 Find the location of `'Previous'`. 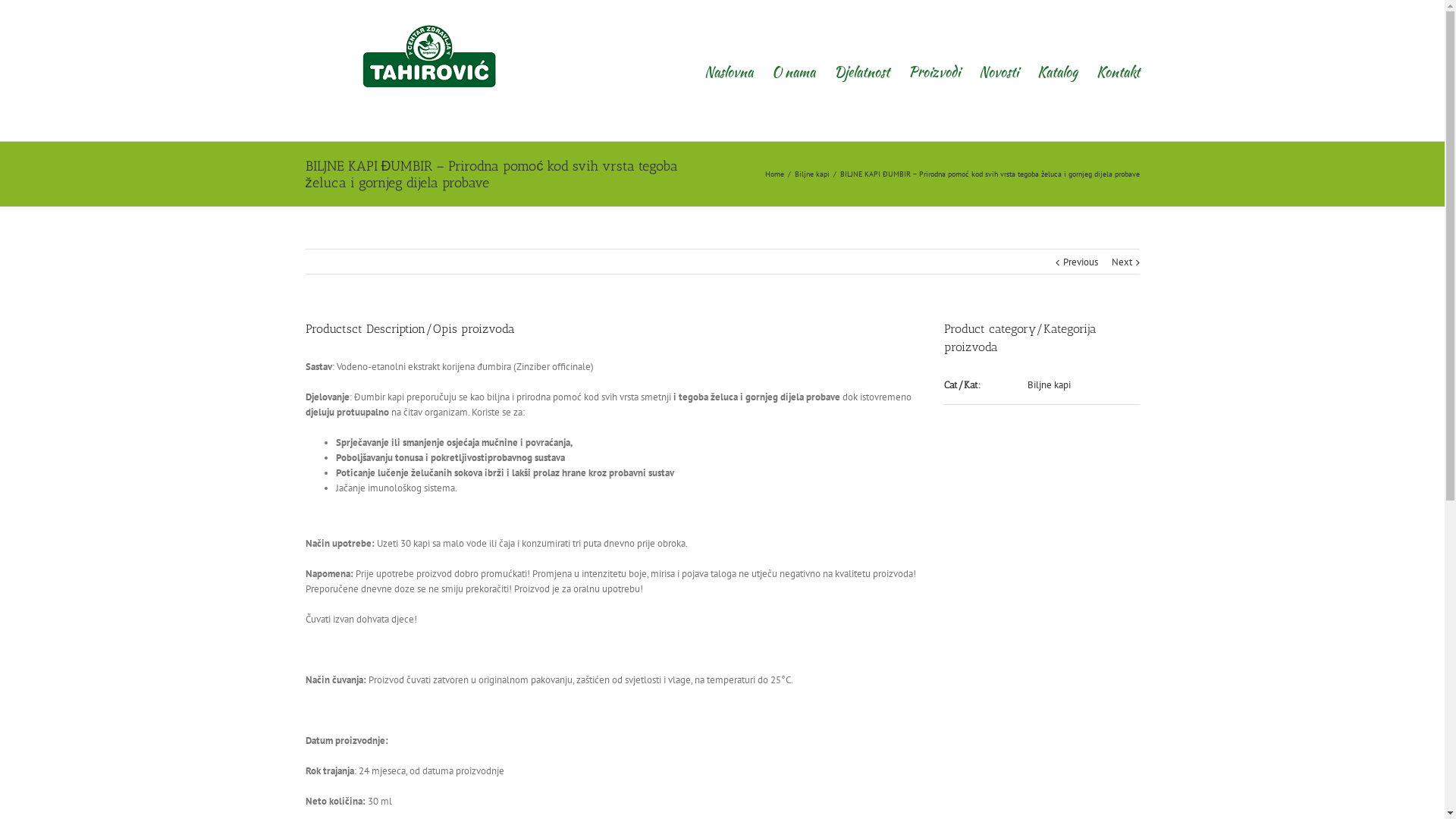

'Previous' is located at coordinates (1080, 262).